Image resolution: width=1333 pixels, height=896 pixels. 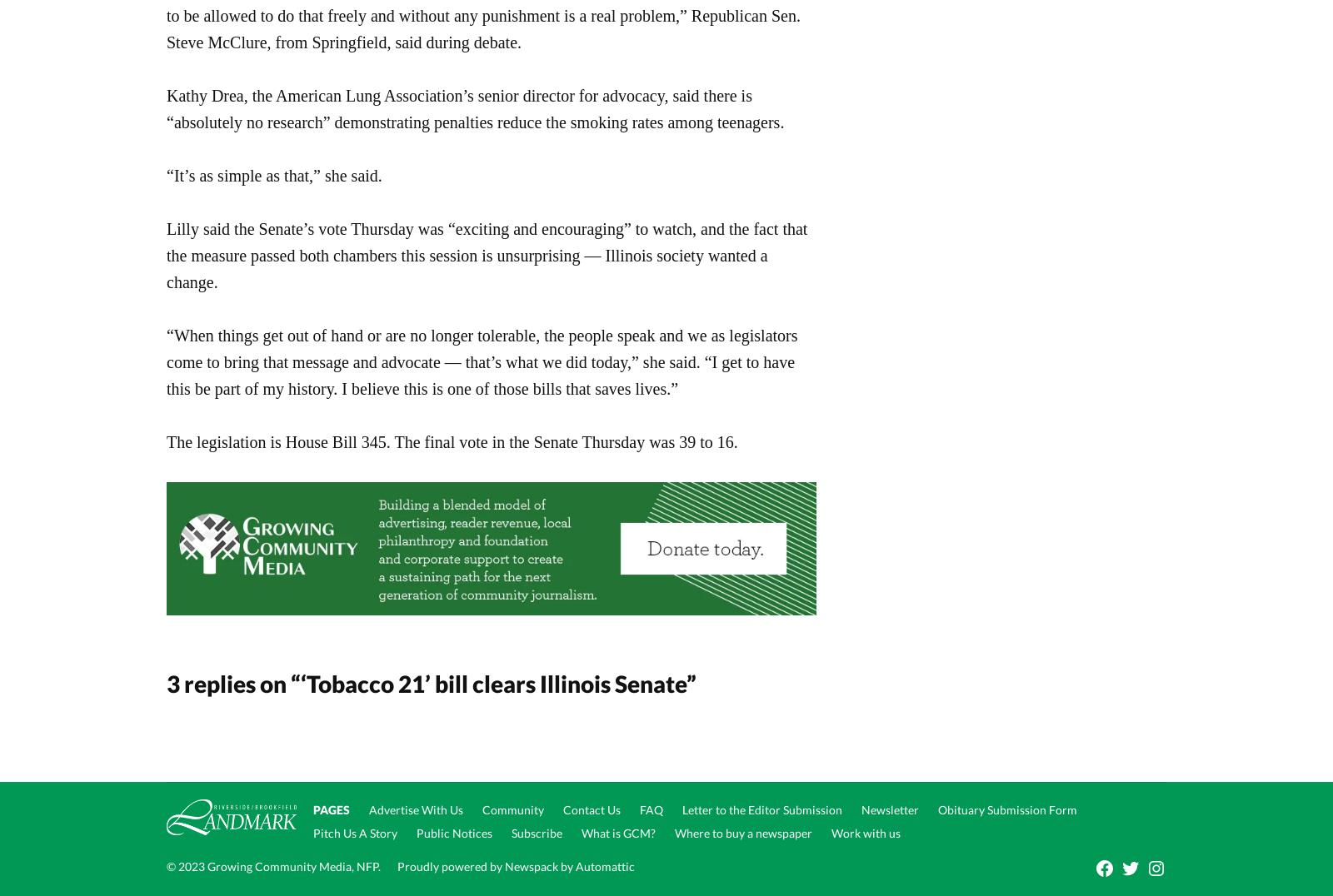 What do you see at coordinates (536, 831) in the screenshot?
I see `'Subscribe'` at bounding box center [536, 831].